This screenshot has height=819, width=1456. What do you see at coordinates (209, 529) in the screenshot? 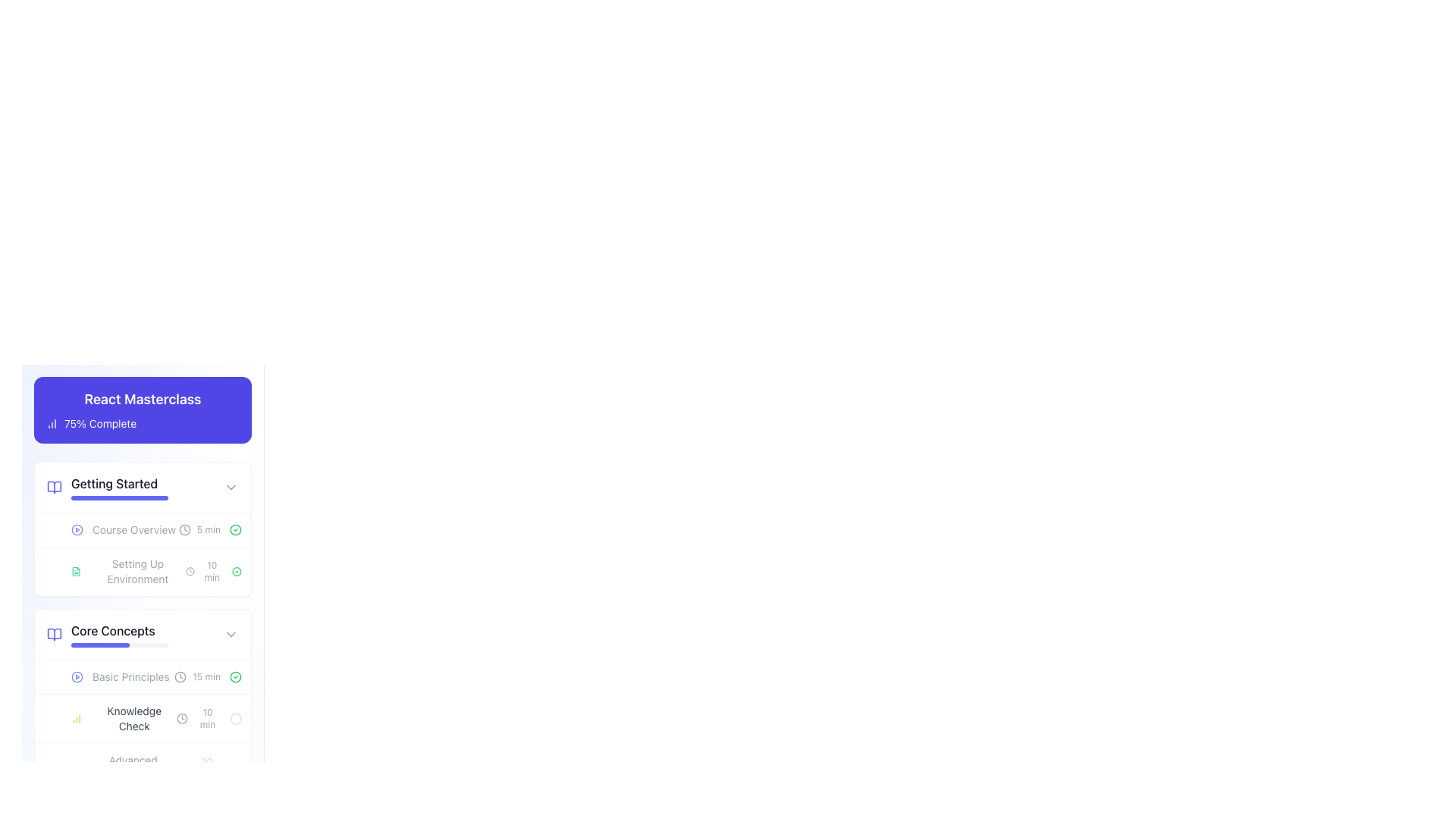
I see `text label indicating the duration of the course segment labeled 'Course Overview', which is positioned to the right of the 'Course Overview' text and between a clock icon and a check icon in the 'Getting Started' section of the 'React Masterclass' interface` at bounding box center [209, 529].